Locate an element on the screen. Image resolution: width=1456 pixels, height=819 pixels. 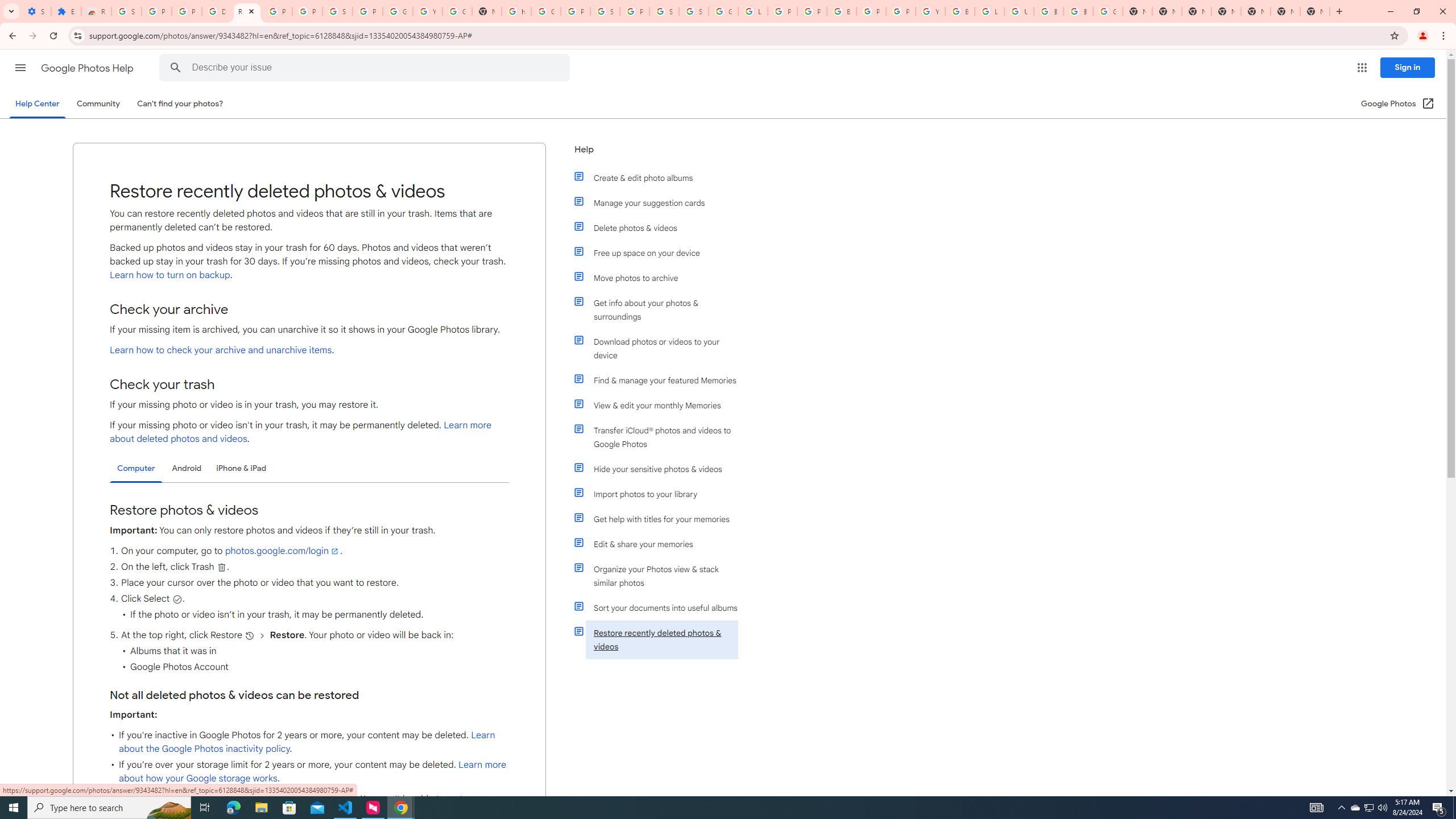
'Restore recently deleted photos & videos' is located at coordinates (661, 640).